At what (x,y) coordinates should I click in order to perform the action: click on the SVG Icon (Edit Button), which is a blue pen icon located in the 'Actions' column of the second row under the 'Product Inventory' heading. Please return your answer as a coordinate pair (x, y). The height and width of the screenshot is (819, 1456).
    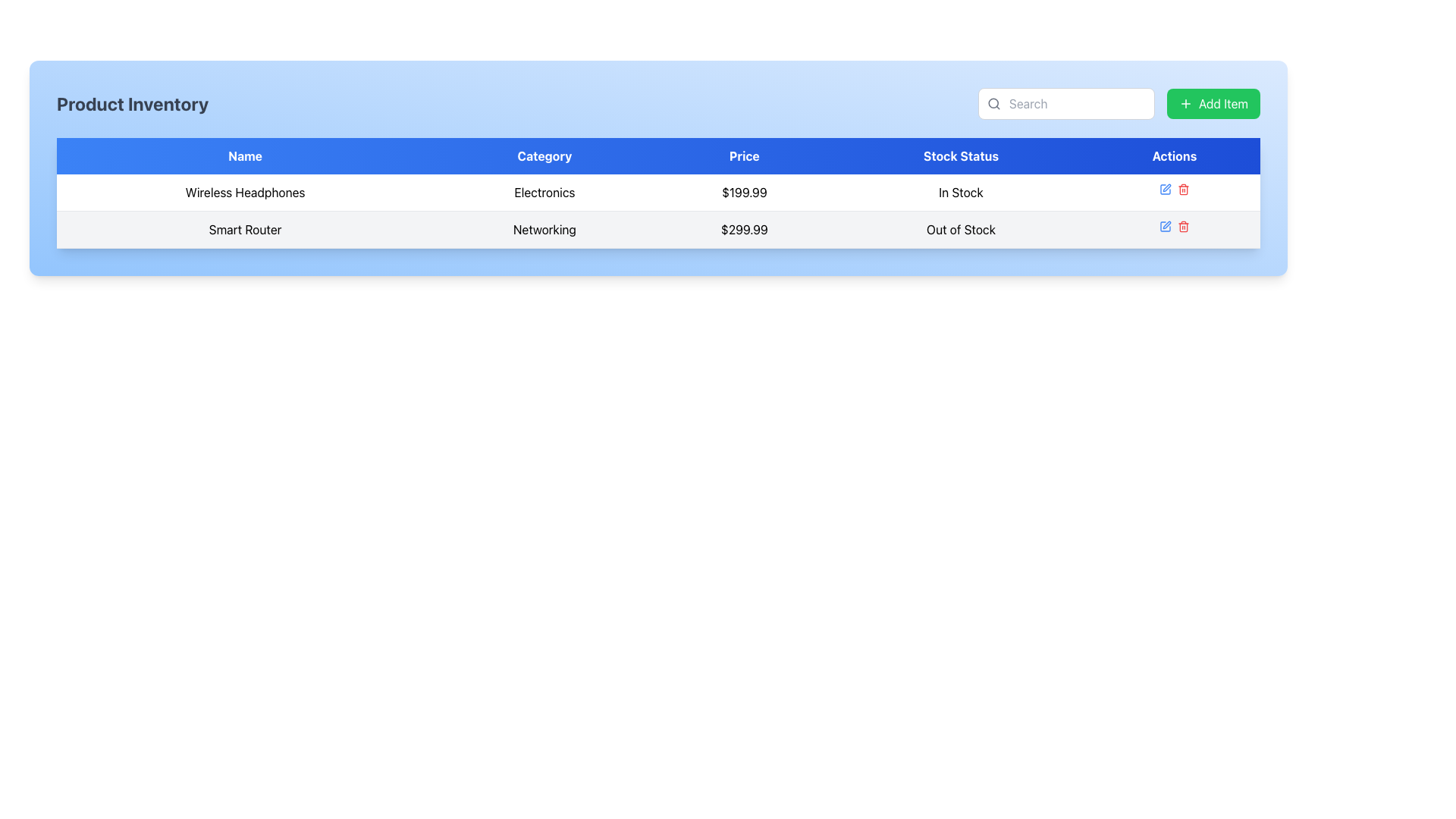
    Looking at the image, I should click on (1166, 187).